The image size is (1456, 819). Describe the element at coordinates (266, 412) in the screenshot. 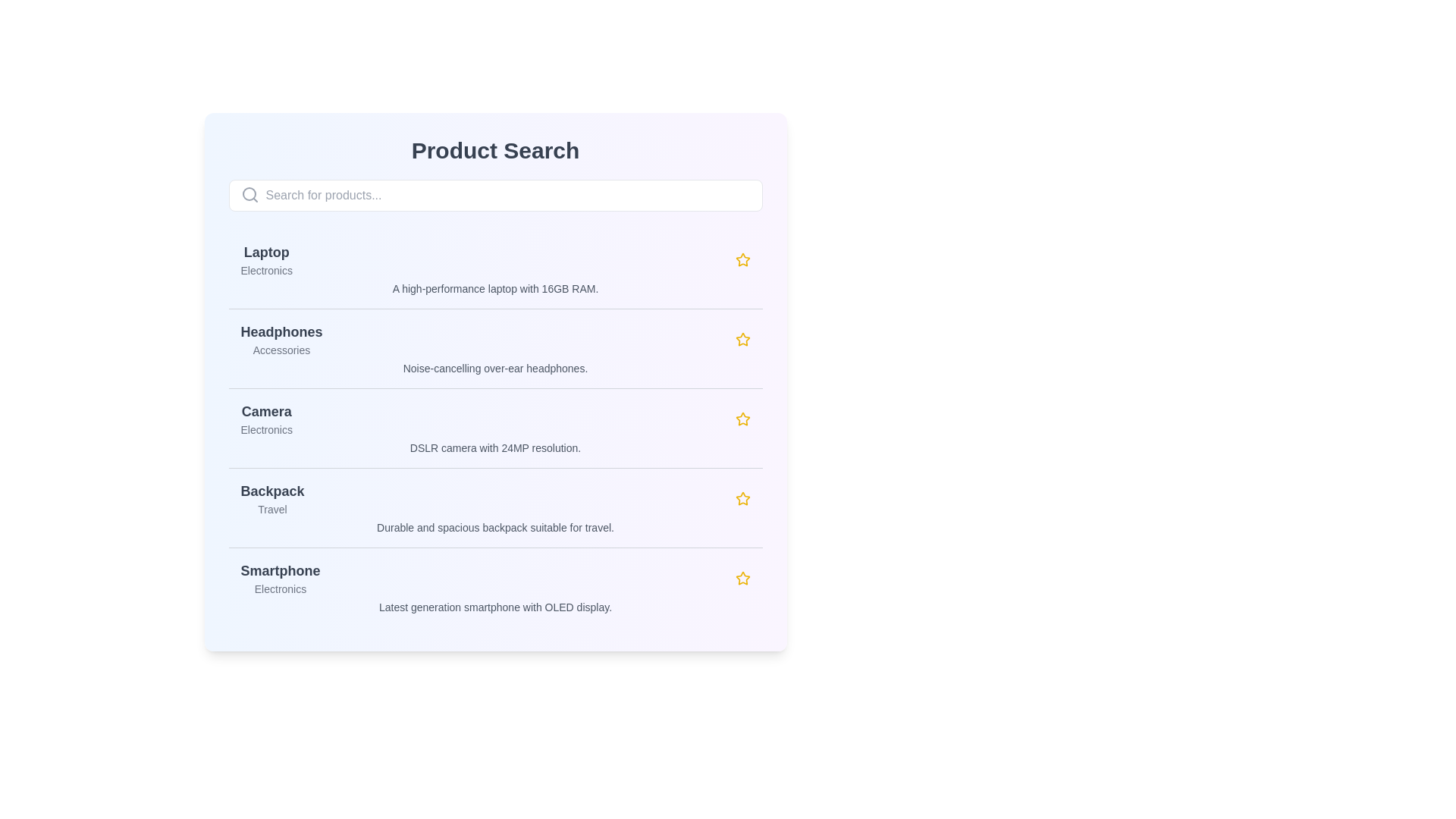

I see `the 'Camera' text label that identifies the product type in the 'Product Search' section, positioned as the third item in the list between 'Headphones' and 'Backpack'` at that location.